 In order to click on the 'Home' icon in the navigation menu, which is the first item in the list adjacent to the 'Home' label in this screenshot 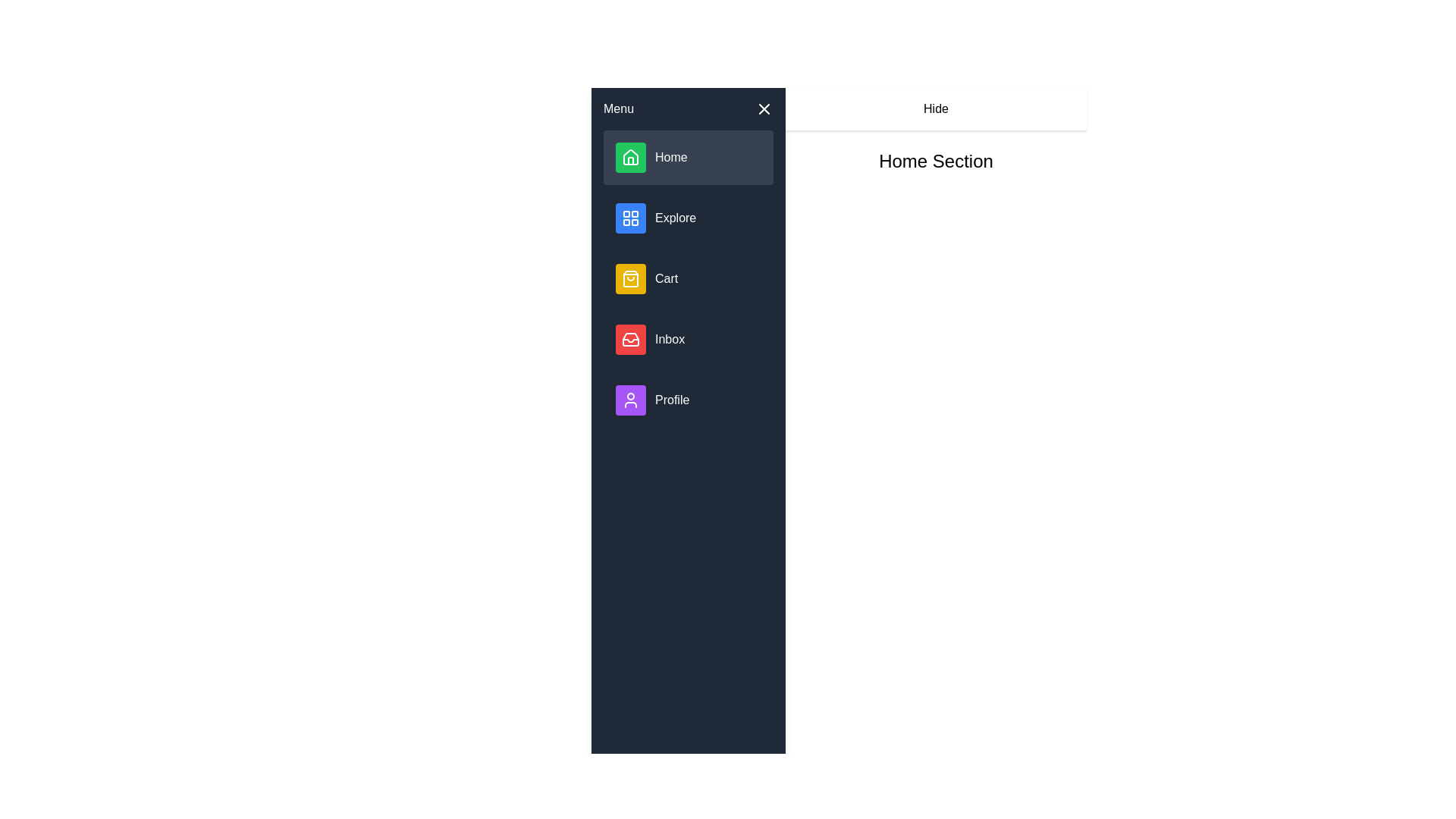, I will do `click(630, 157)`.